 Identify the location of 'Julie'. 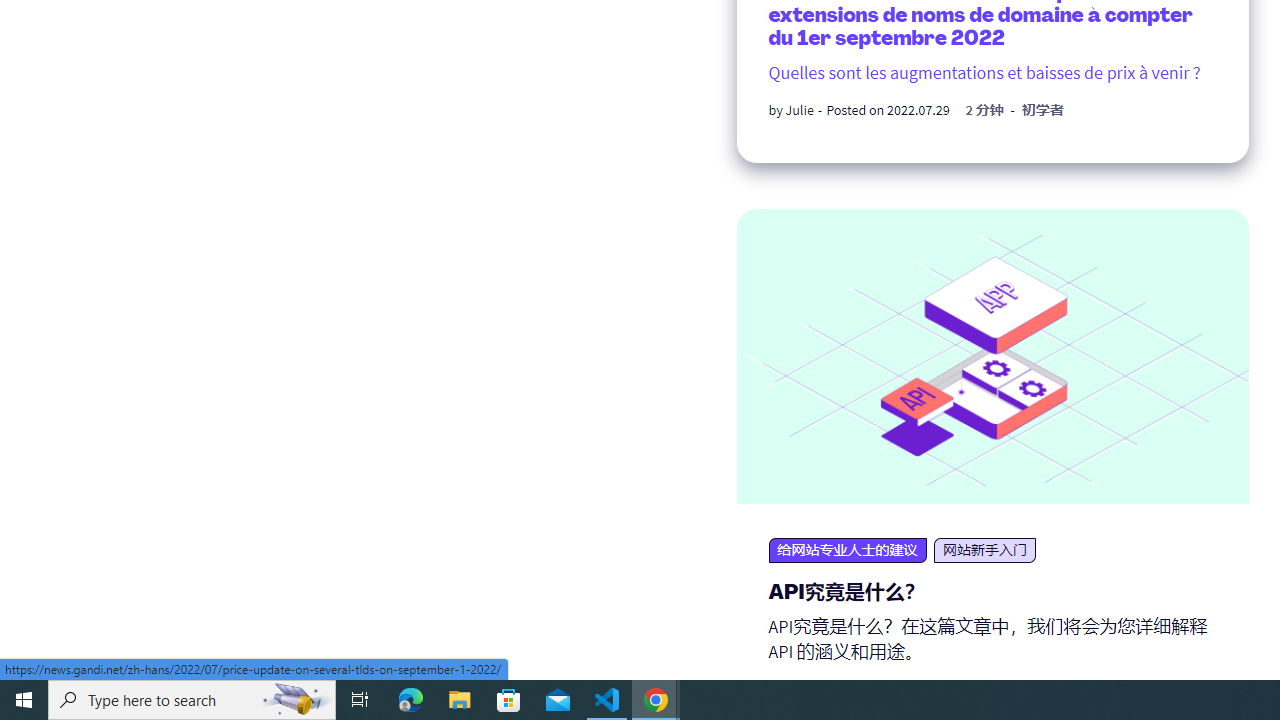
(798, 110).